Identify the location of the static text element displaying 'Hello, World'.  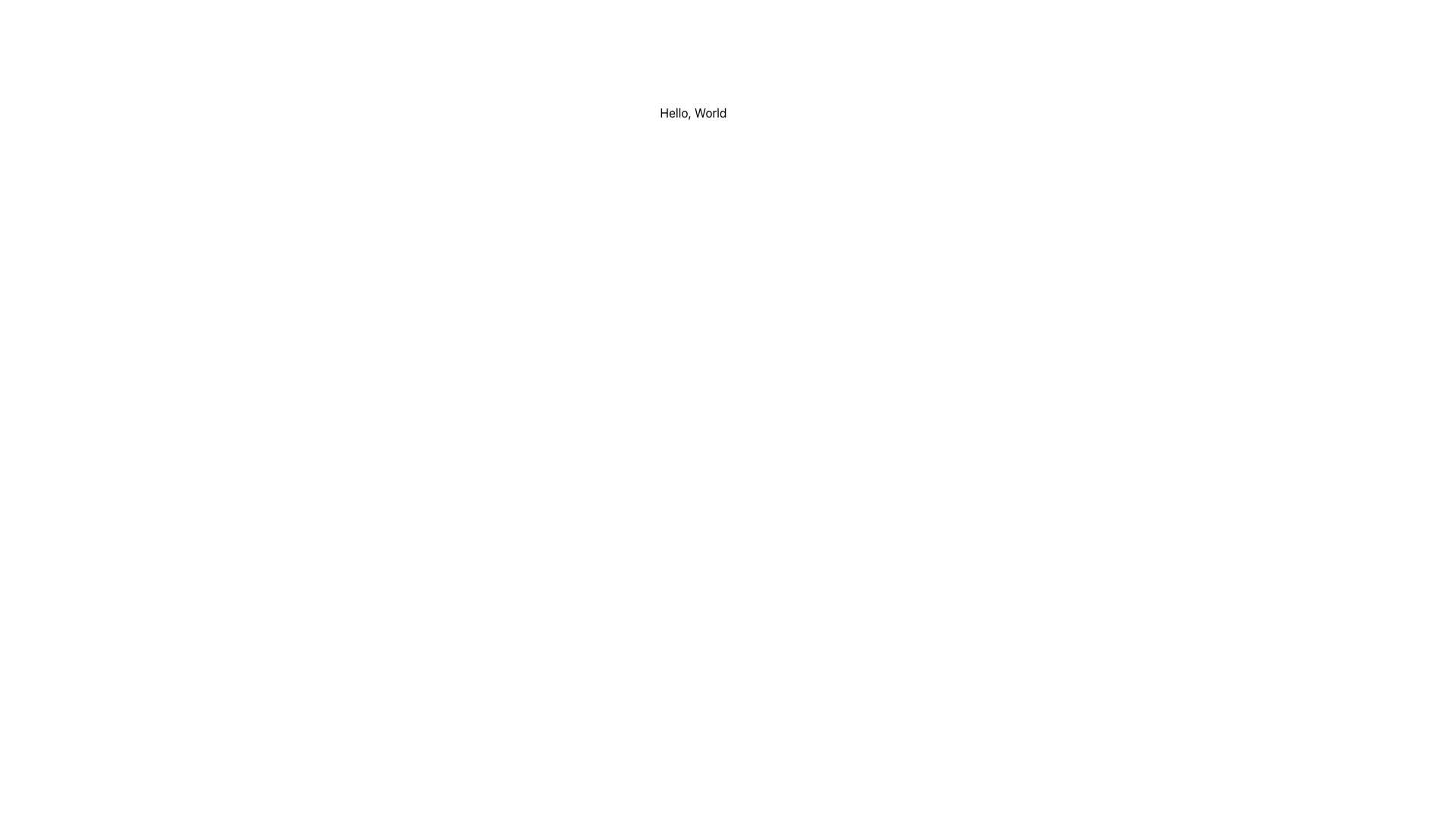
(692, 112).